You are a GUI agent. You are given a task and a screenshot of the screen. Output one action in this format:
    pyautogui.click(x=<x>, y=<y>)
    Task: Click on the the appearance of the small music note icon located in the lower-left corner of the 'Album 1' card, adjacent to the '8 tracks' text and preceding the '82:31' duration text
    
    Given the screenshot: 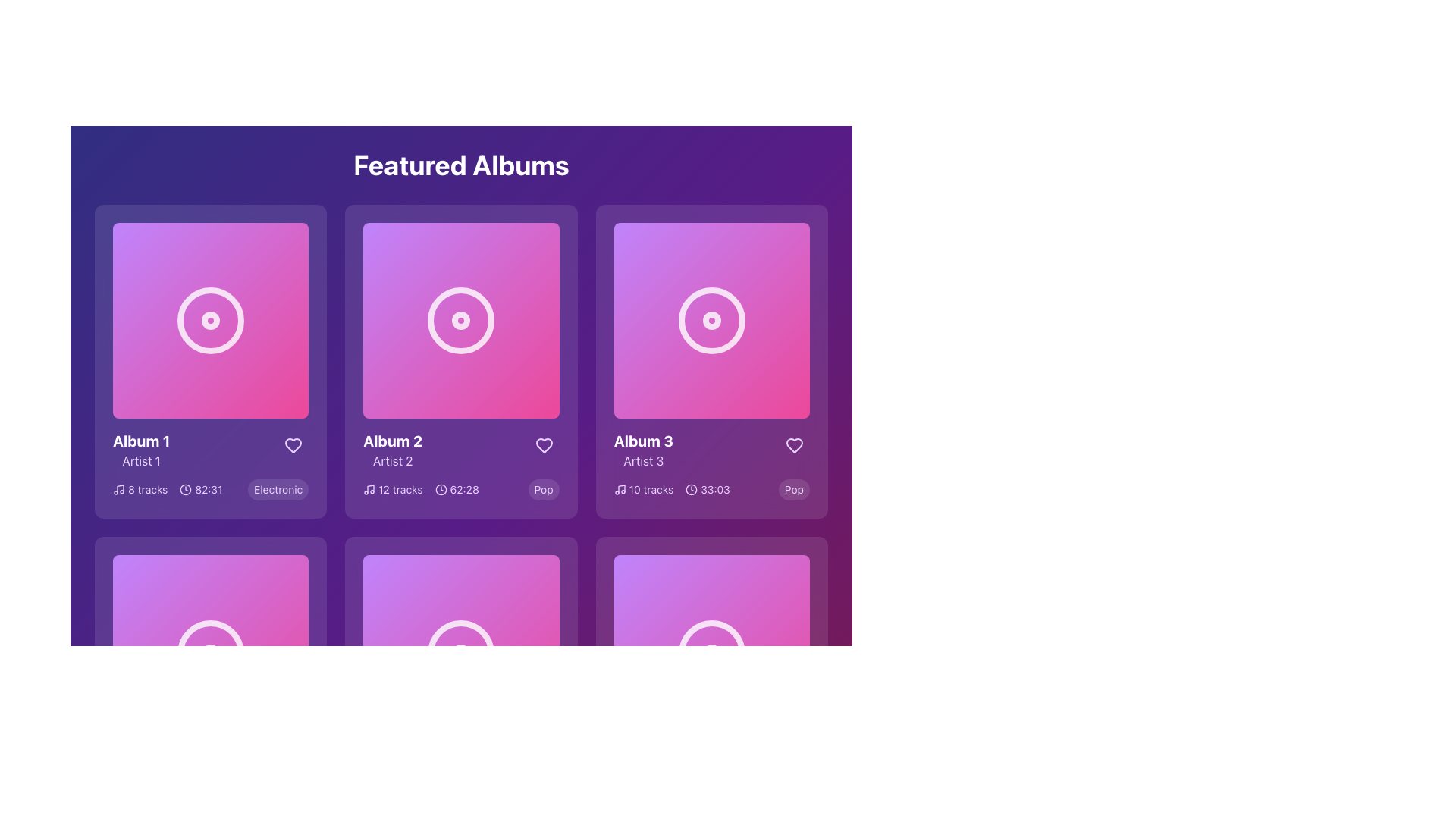 What is the action you would take?
    pyautogui.click(x=118, y=489)
    